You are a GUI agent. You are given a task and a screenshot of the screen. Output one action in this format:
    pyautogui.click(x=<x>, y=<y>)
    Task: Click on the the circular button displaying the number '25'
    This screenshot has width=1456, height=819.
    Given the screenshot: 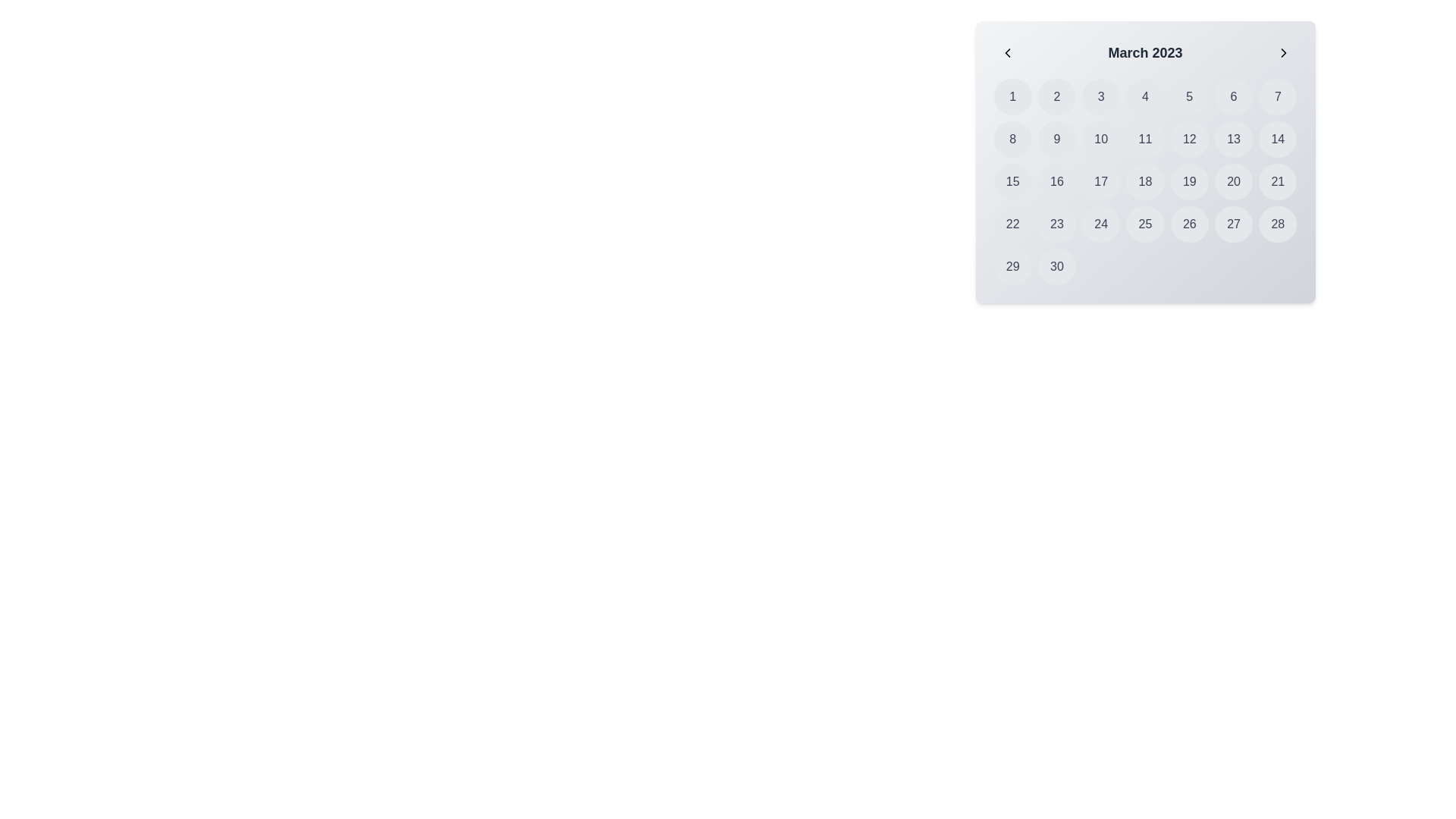 What is the action you would take?
    pyautogui.click(x=1145, y=224)
    